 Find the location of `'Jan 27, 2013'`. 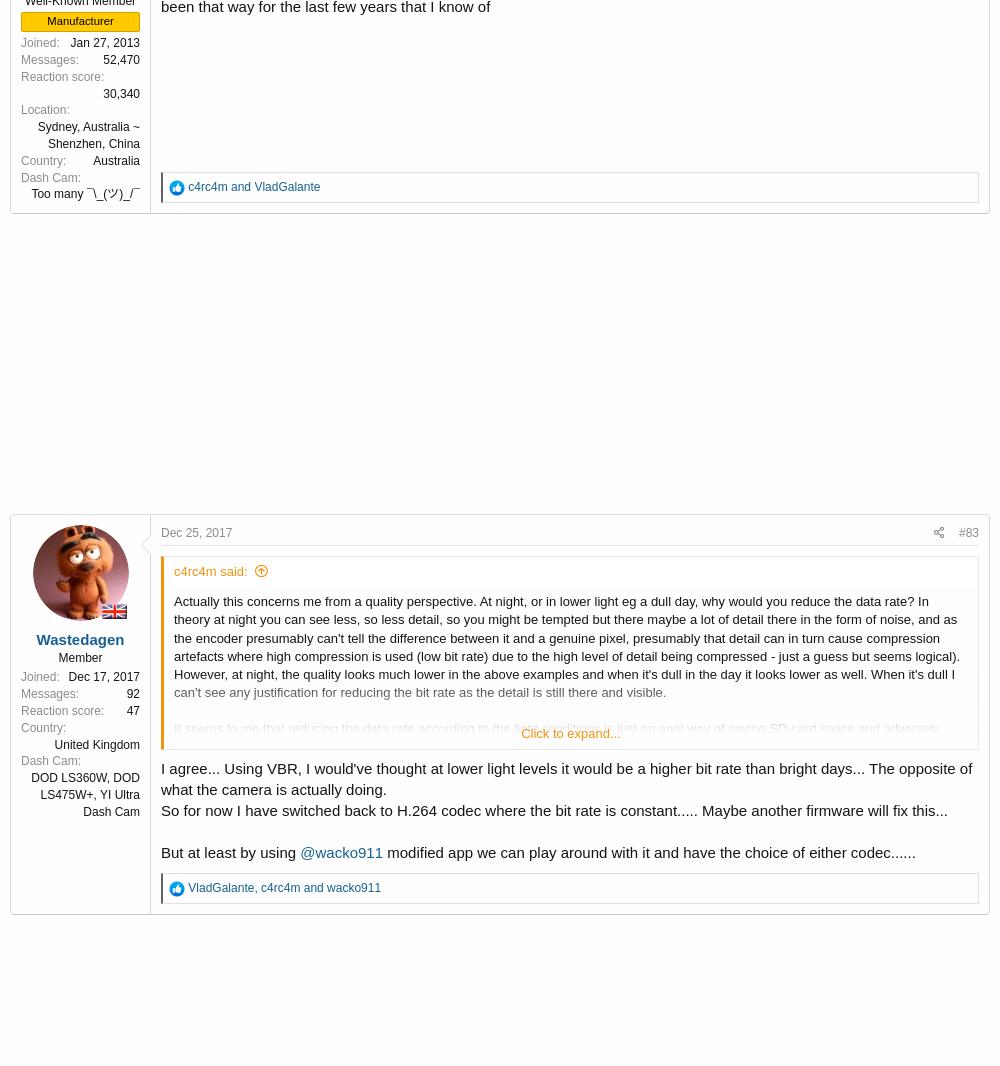

'Jan 27, 2013' is located at coordinates (104, 41).